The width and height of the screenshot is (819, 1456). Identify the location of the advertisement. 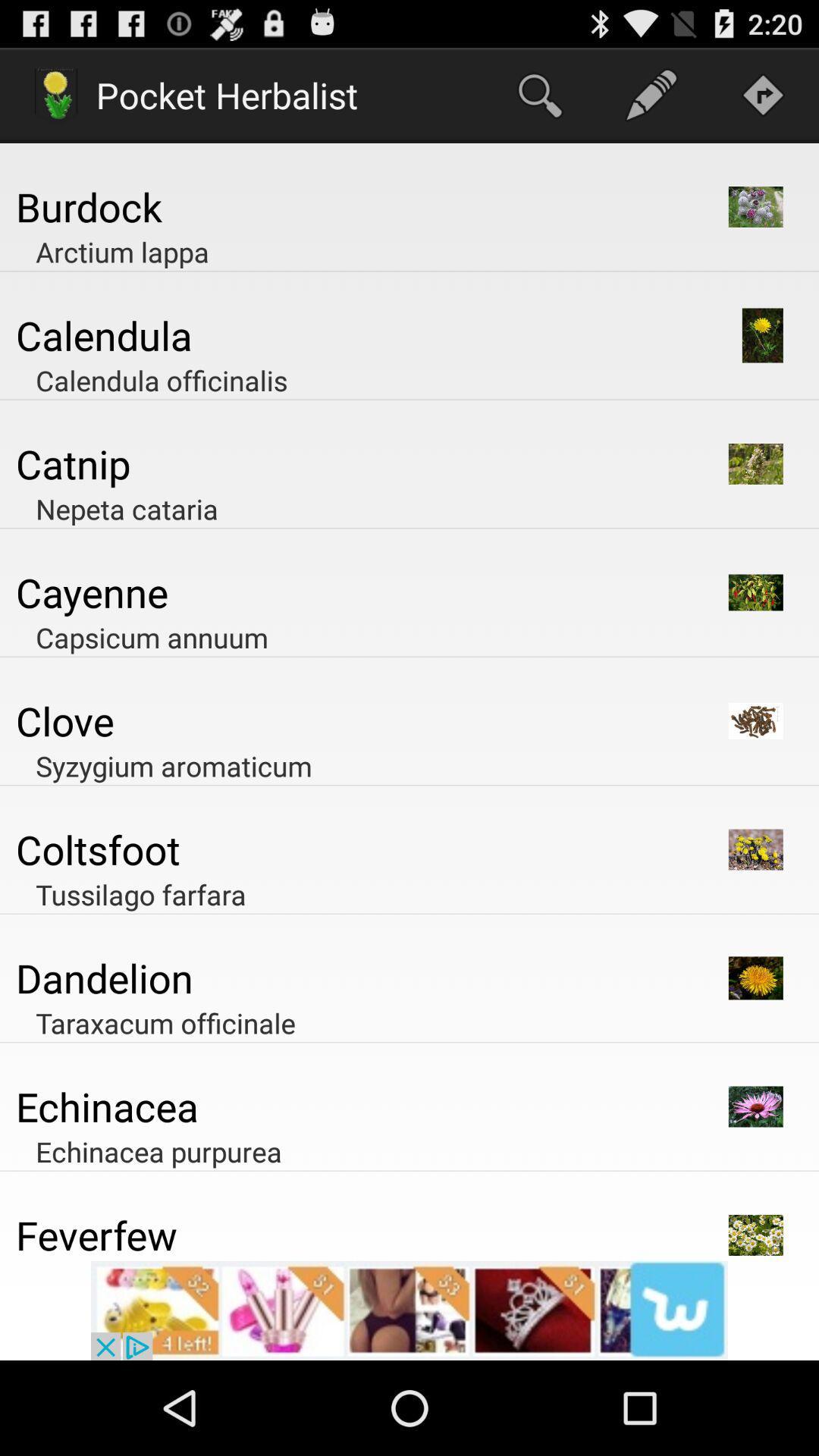
(409, 1310).